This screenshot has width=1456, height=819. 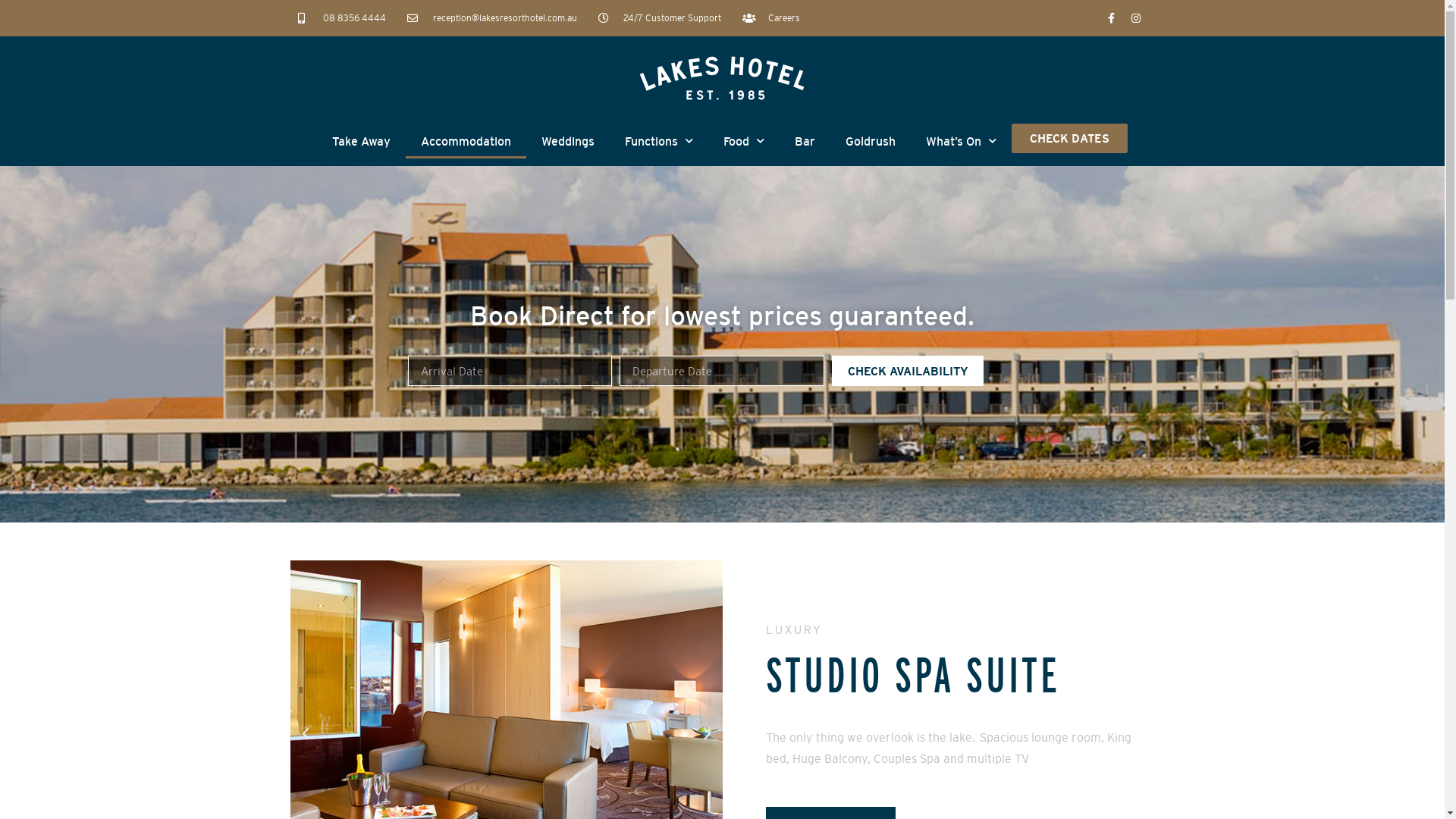 I want to click on 'CHECK DATES', so click(x=1068, y=138).